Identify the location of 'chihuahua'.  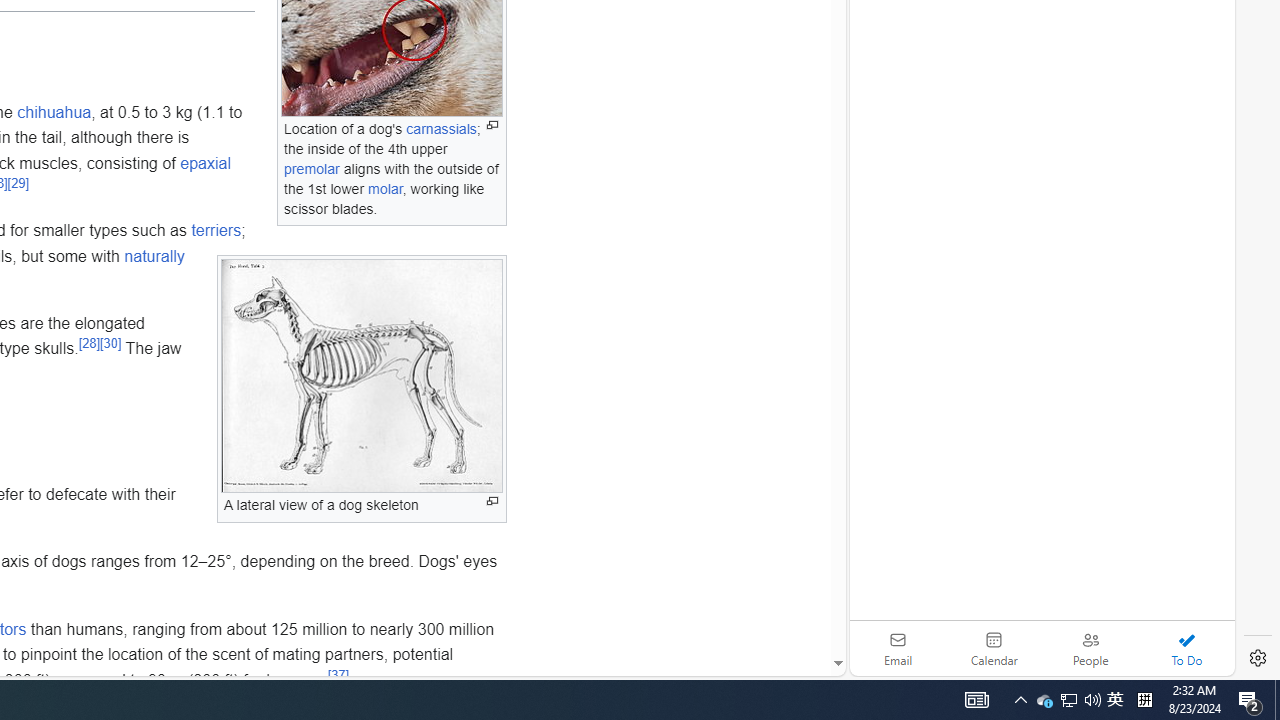
(54, 111).